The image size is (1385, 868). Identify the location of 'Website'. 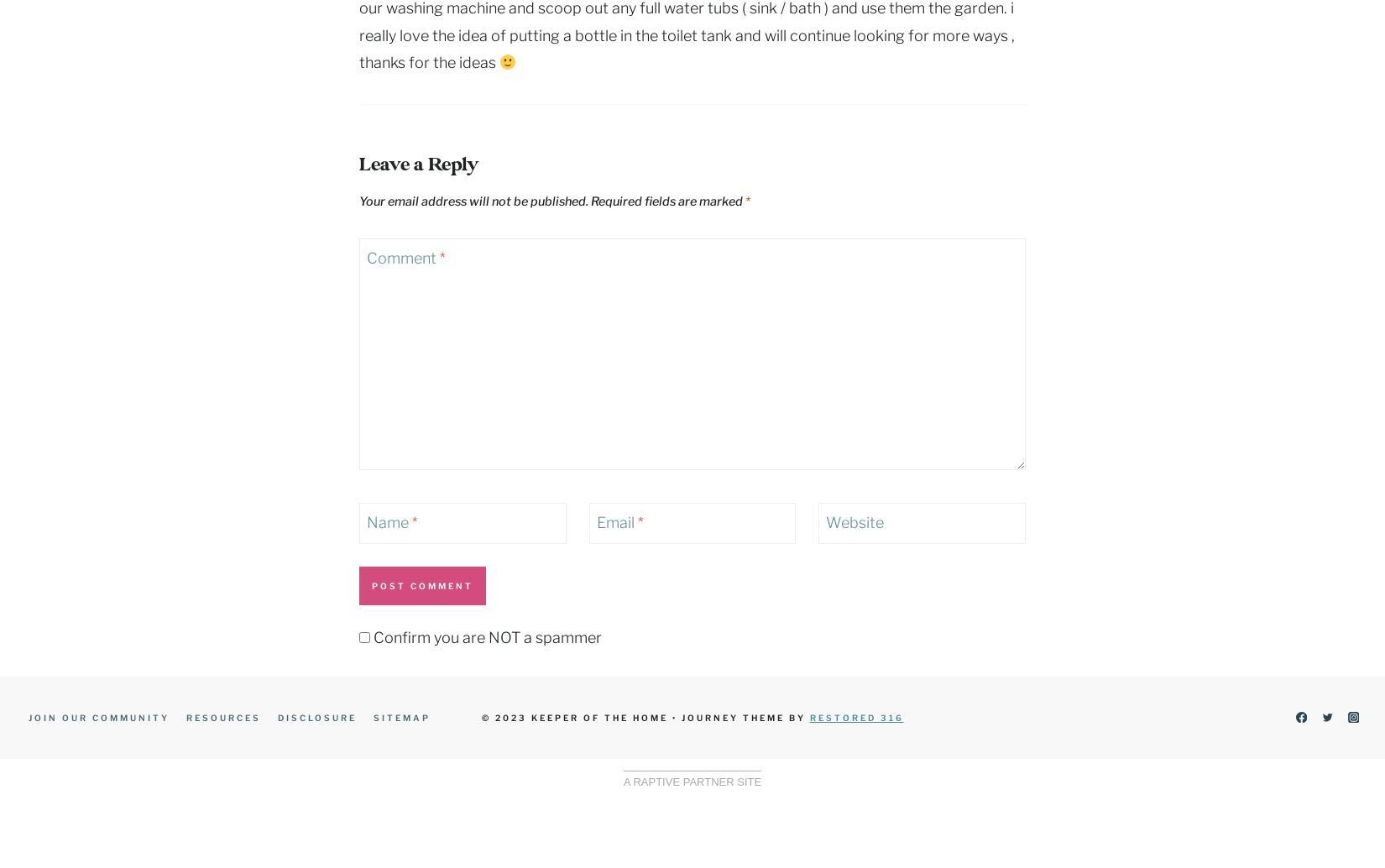
(855, 522).